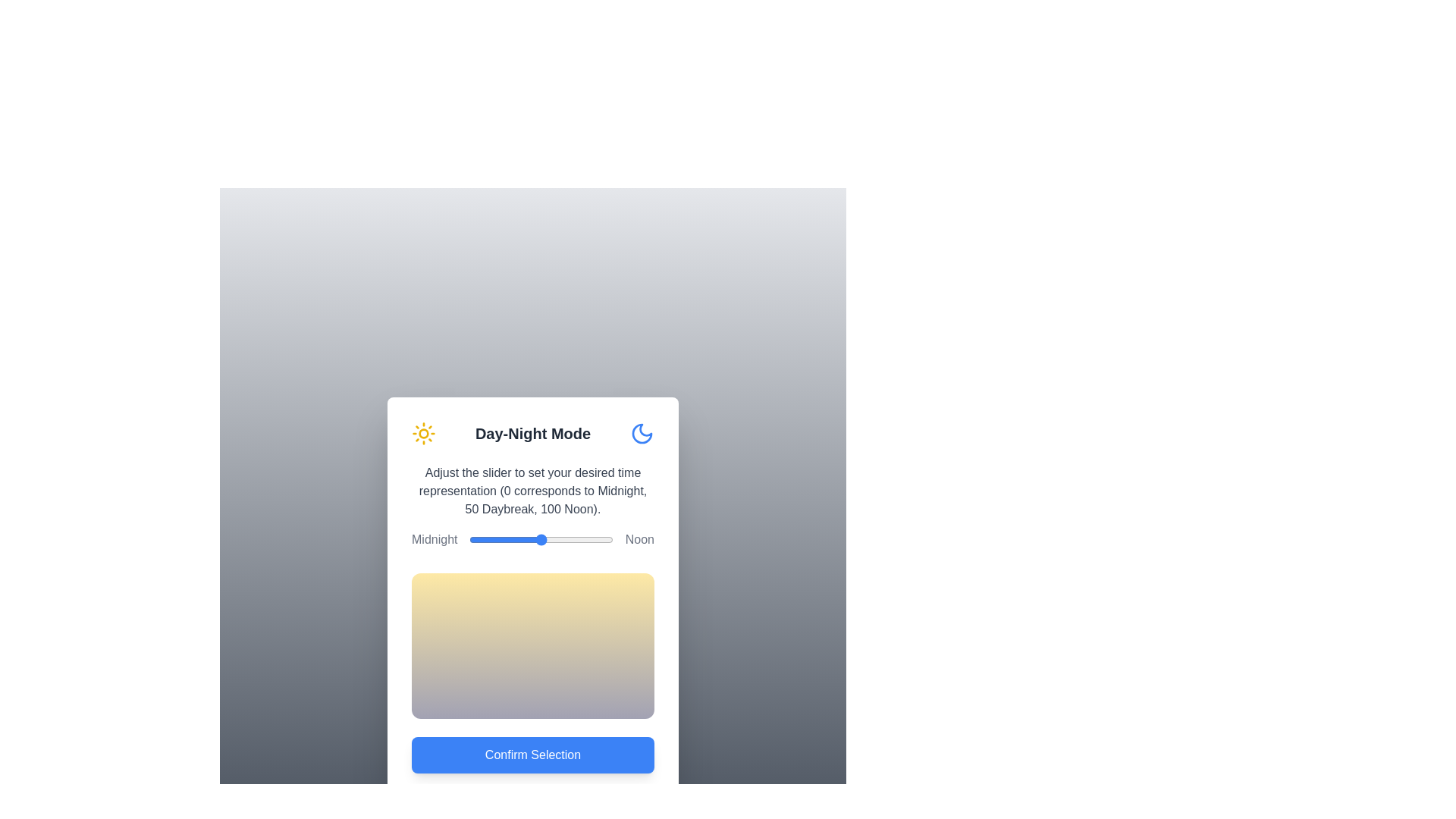 The image size is (1456, 819). Describe the element at coordinates (599, 539) in the screenshot. I see `the slider to set the time representation to 91` at that location.